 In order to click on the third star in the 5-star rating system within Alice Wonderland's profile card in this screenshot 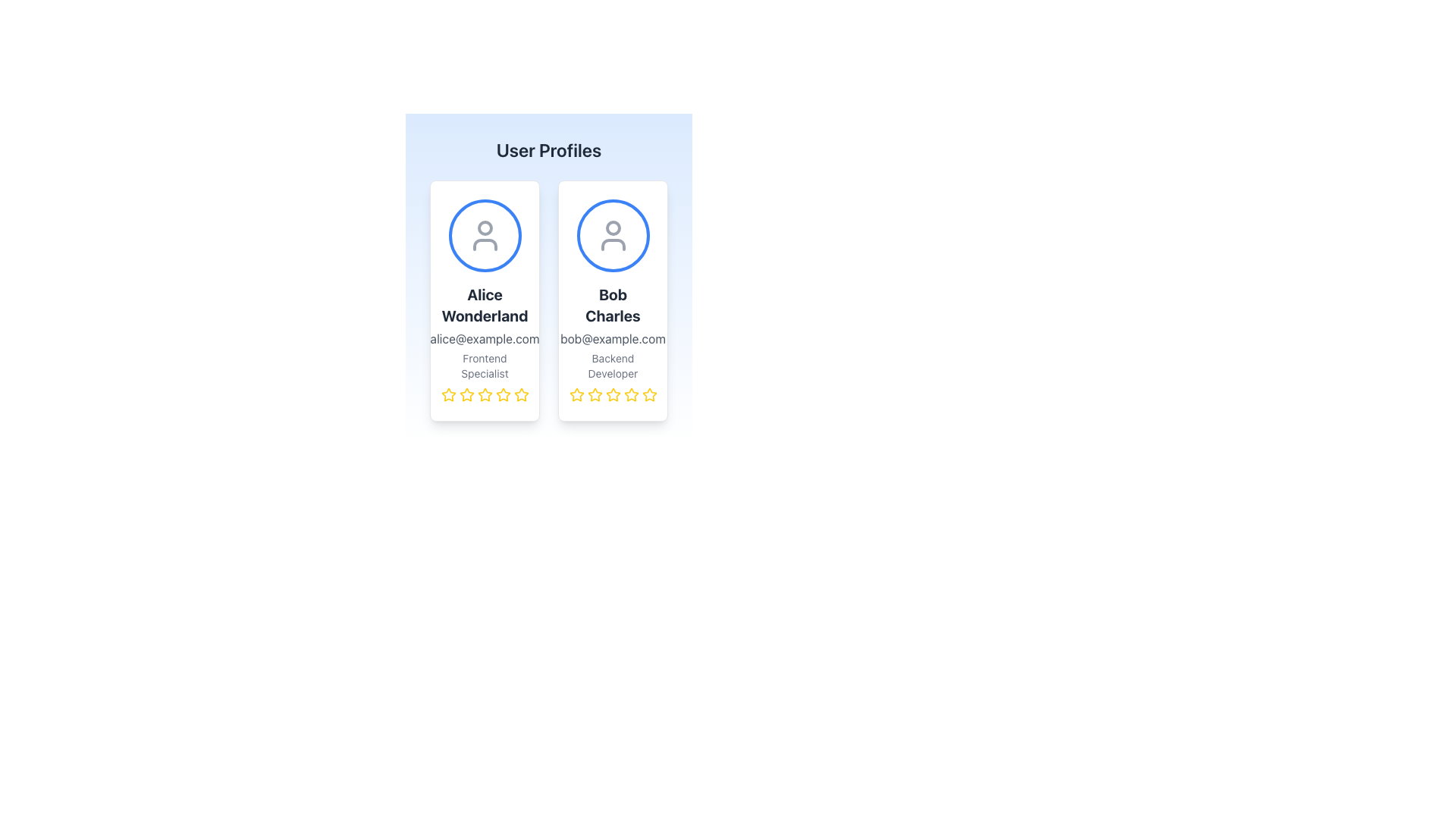, I will do `click(484, 394)`.